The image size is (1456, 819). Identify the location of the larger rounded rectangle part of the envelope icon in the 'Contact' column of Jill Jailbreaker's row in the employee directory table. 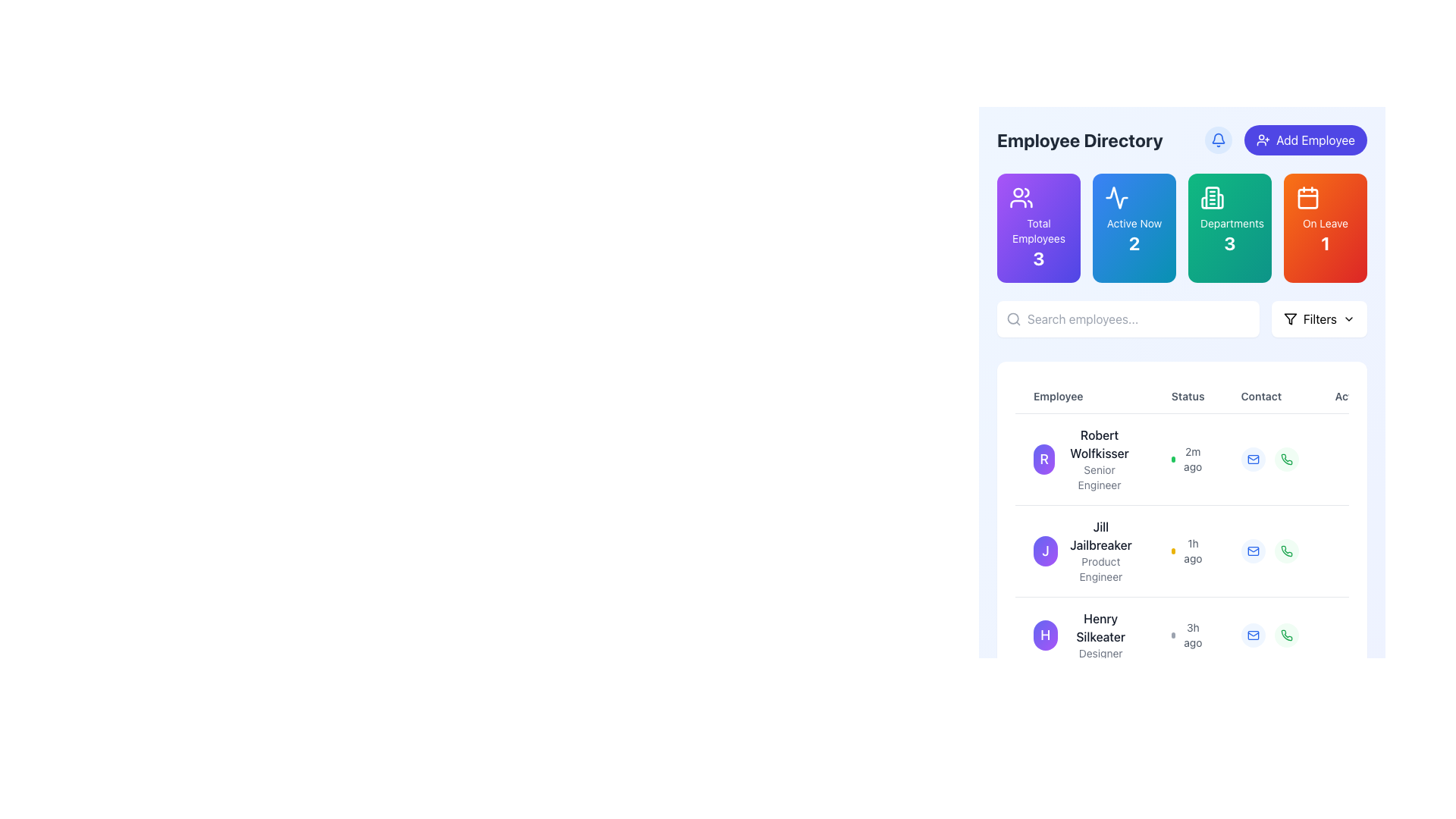
(1253, 551).